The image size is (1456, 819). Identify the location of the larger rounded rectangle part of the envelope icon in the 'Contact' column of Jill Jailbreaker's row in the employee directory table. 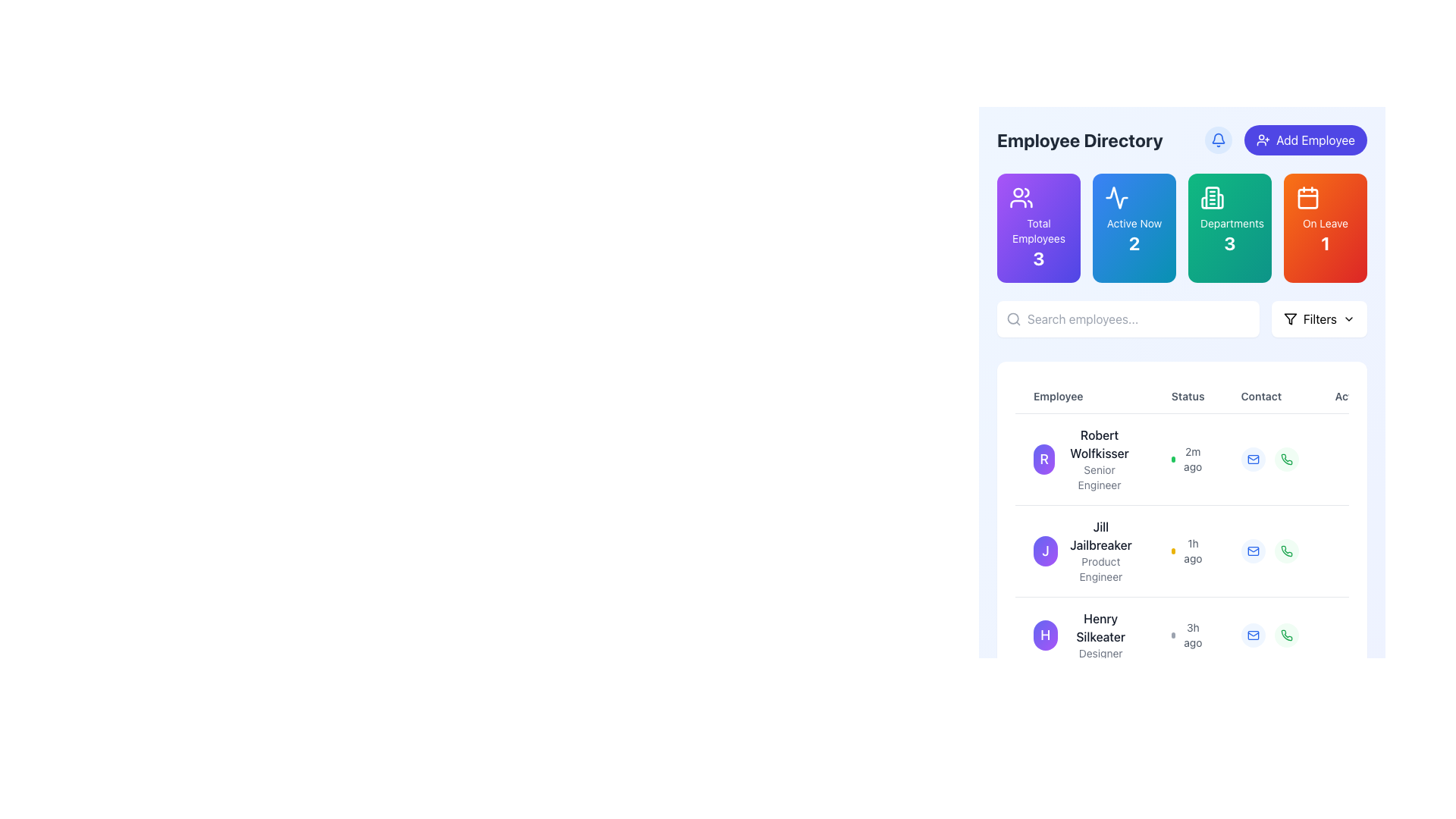
(1253, 551).